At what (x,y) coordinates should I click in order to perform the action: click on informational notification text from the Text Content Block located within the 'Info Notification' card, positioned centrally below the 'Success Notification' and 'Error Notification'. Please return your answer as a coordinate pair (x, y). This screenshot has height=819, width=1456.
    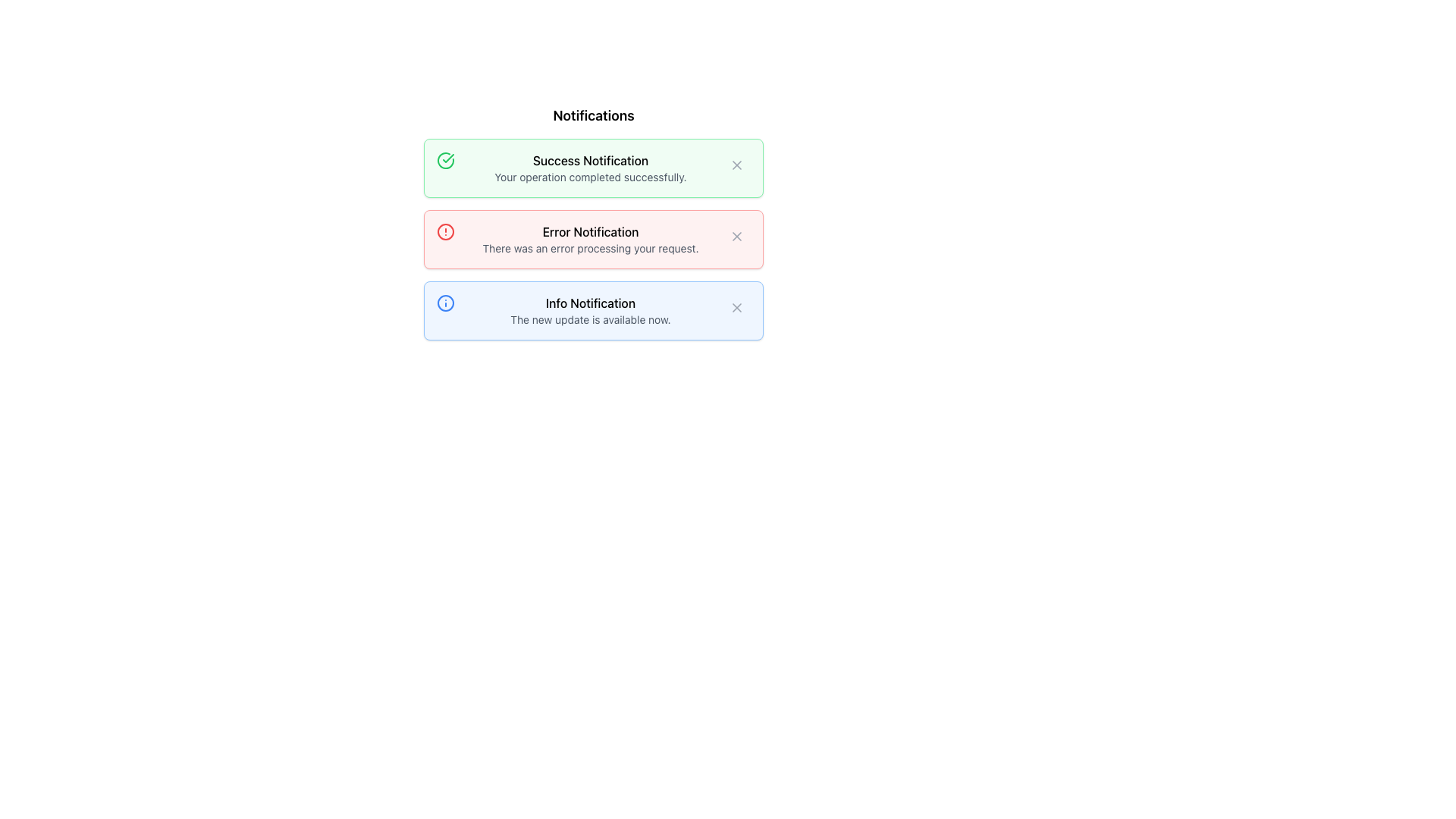
    Looking at the image, I should click on (589, 309).